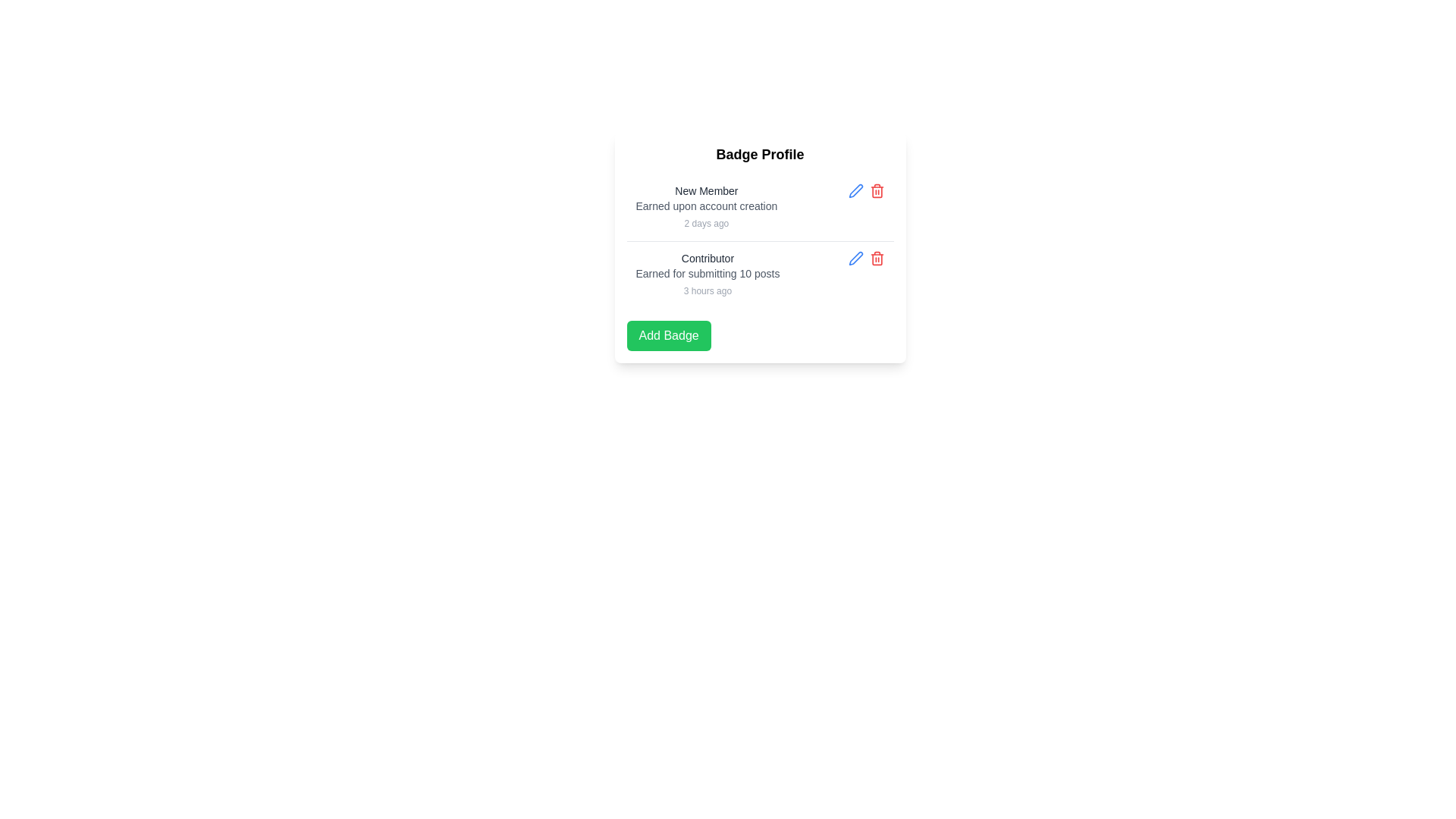 This screenshot has height=819, width=1456. Describe the element at coordinates (707, 275) in the screenshot. I see `the textual description block that indicates the contributor's status, which includes the text 'Contributor', 'Earned for submitting 10 posts', and '3 hours ago'. This block is located in the second row of the Badge Profile content, below the 'New Member' badge entry, and is centrally aligned` at that location.